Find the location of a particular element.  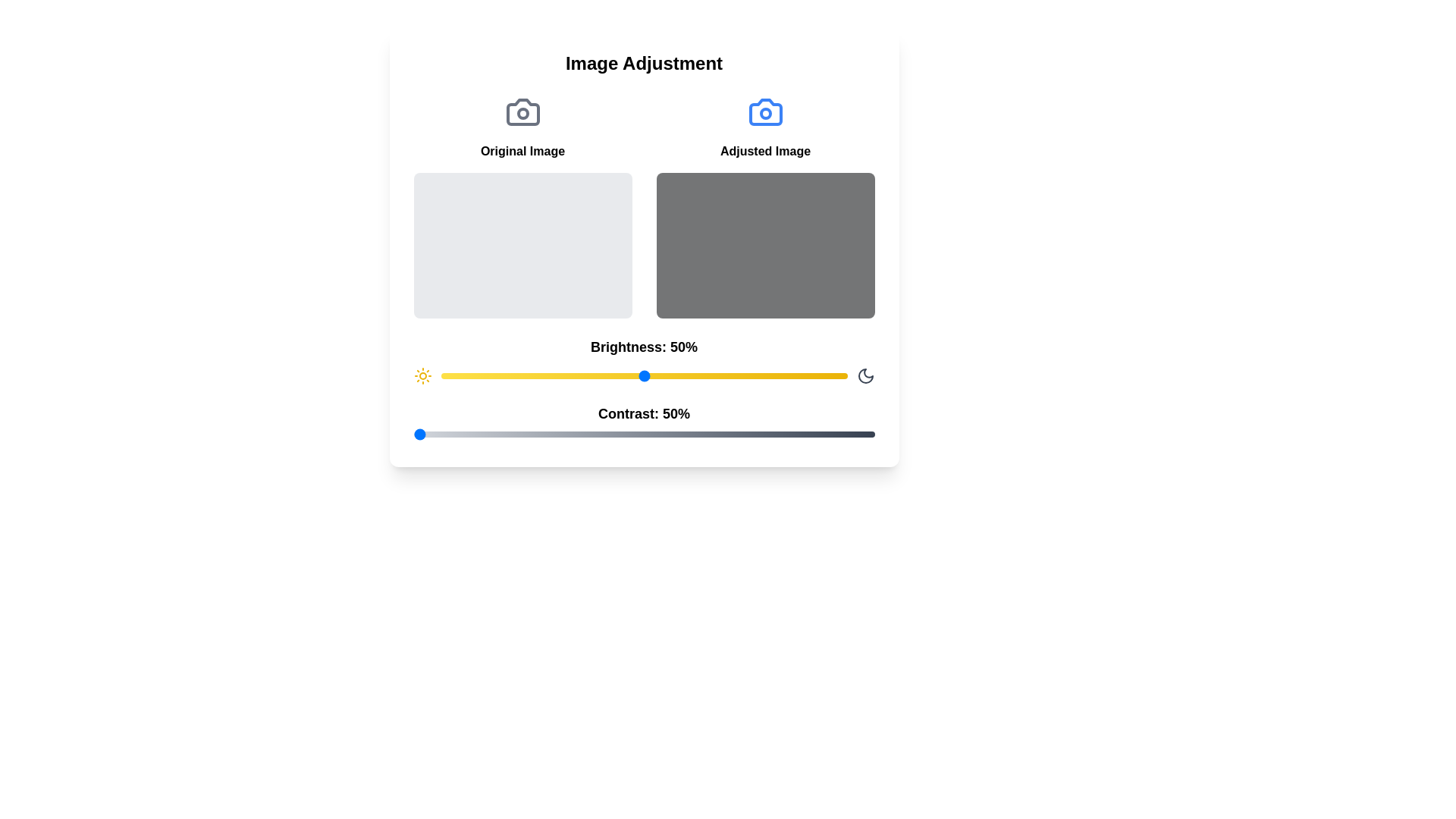

the brightness is located at coordinates (452, 375).